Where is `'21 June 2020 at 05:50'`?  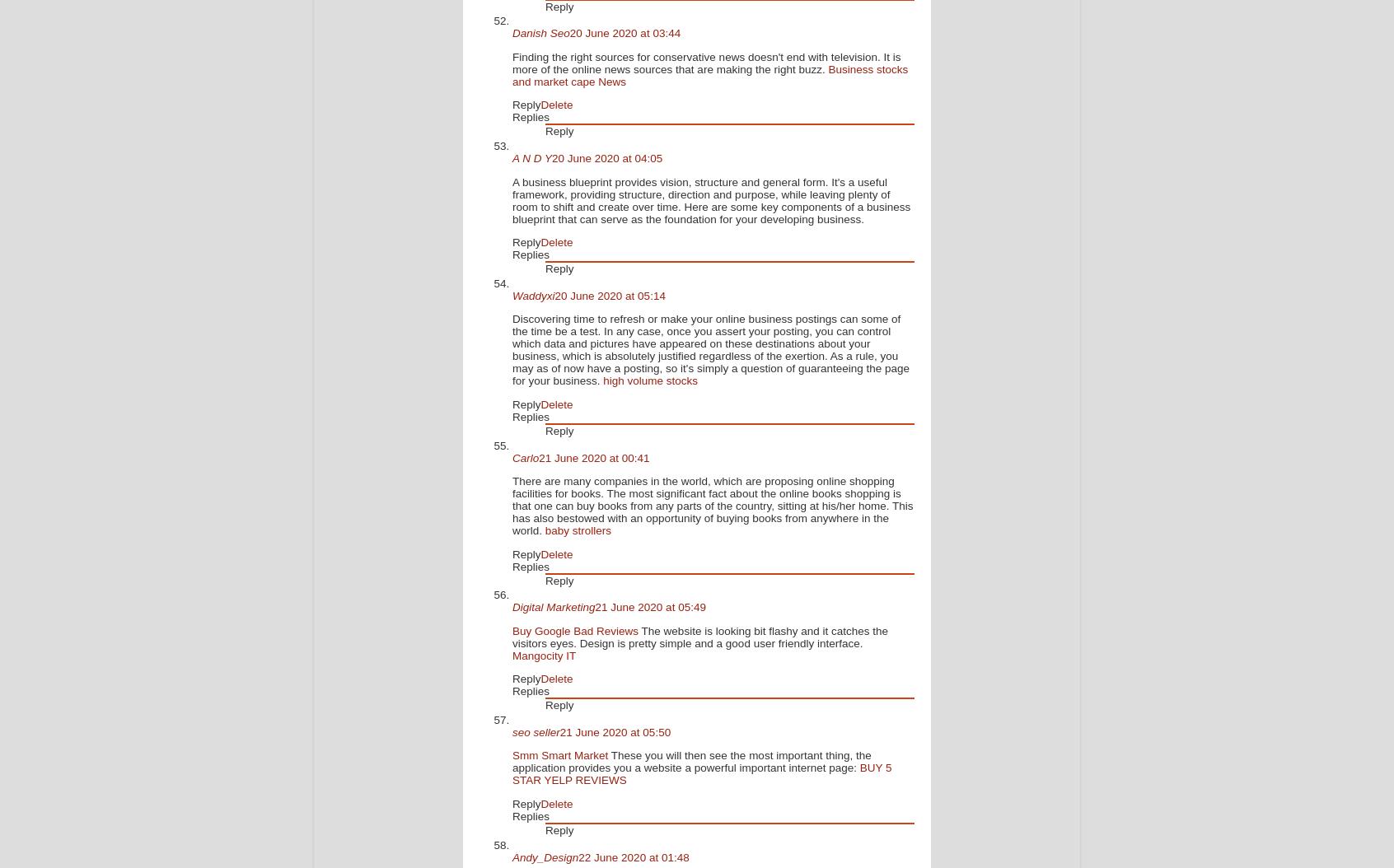 '21 June 2020 at 05:50' is located at coordinates (614, 731).